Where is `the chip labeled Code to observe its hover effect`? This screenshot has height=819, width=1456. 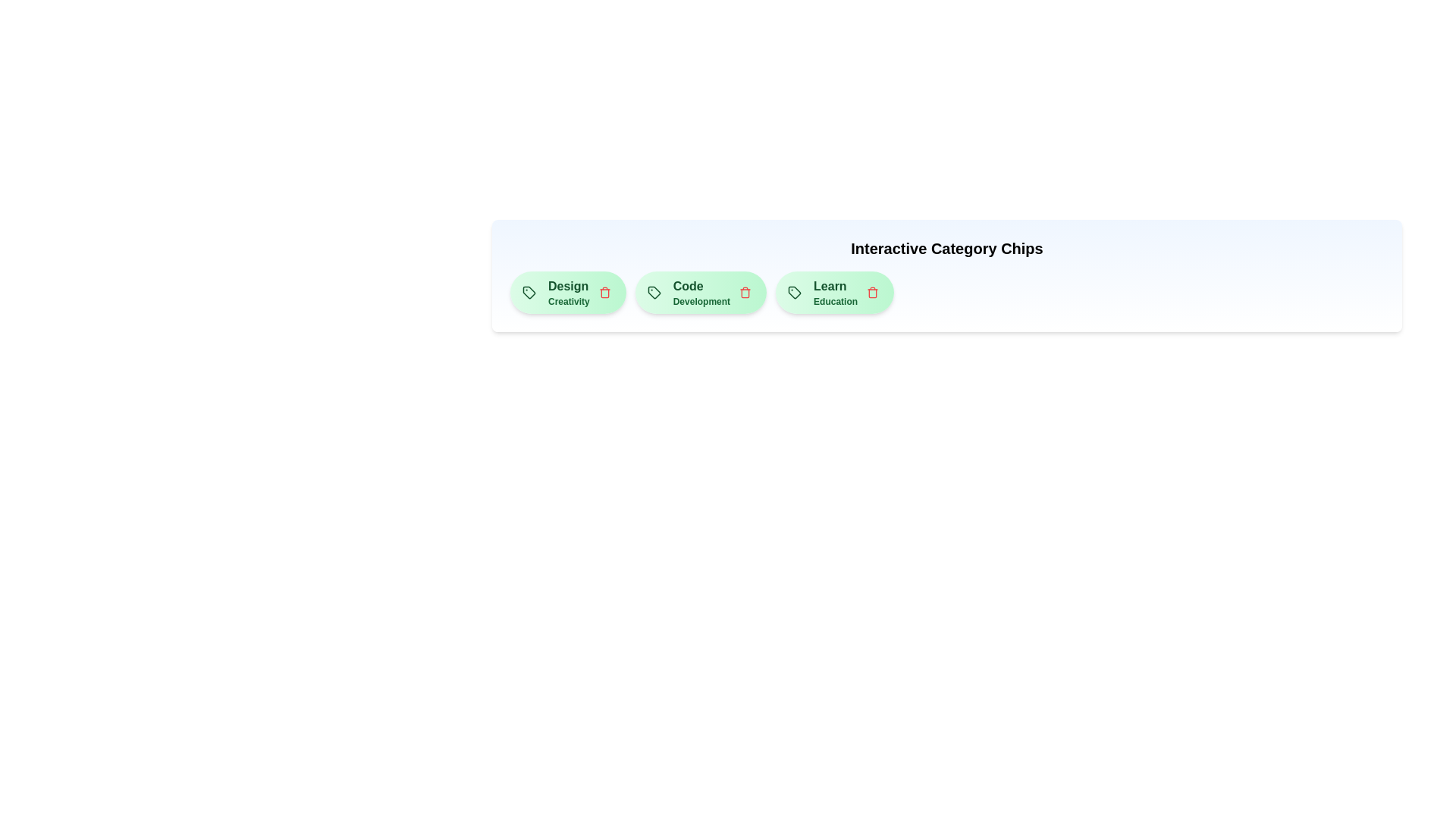 the chip labeled Code to observe its hover effect is located at coordinates (700, 292).